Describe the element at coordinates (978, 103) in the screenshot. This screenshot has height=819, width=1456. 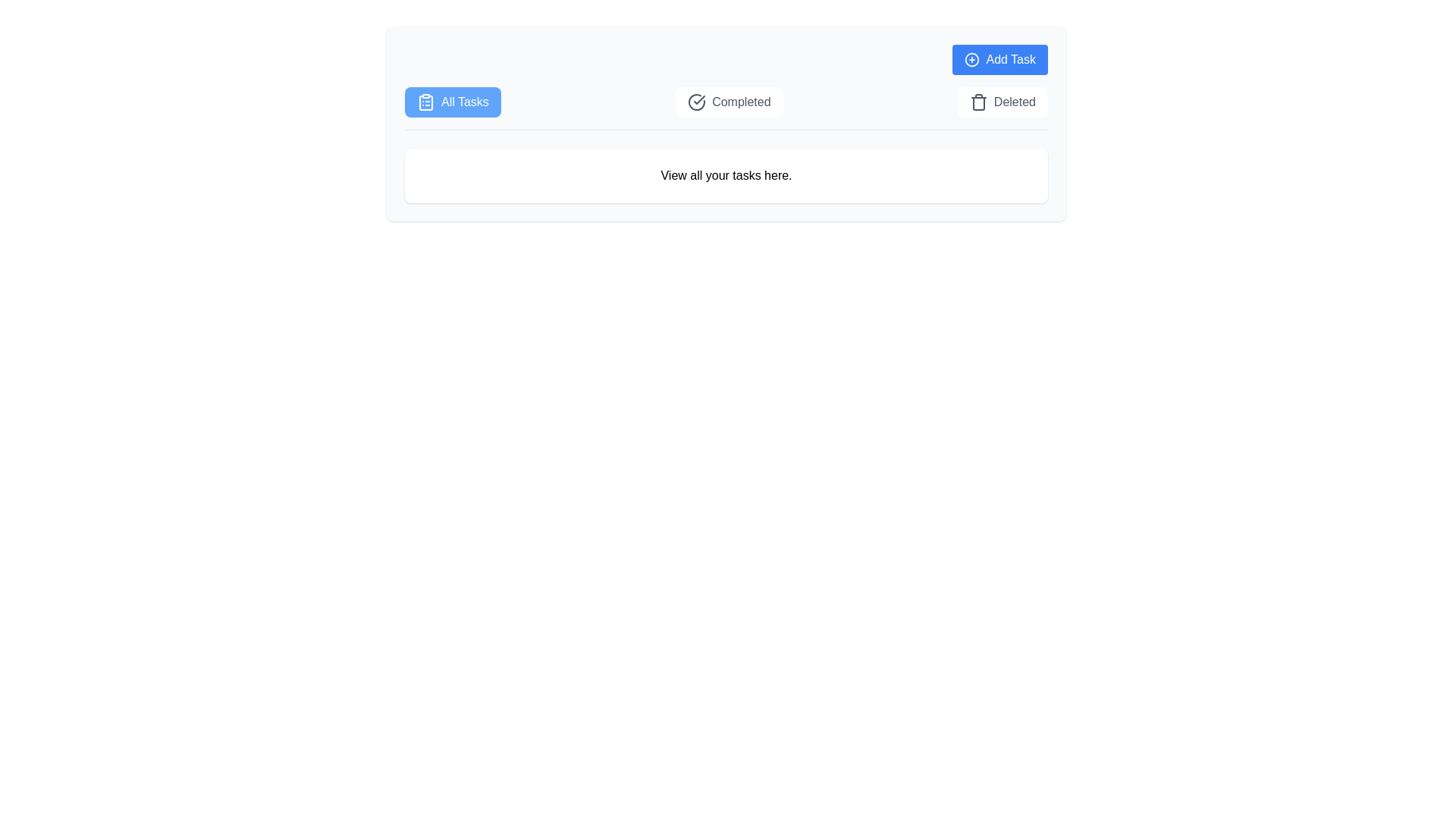
I see `the trash icon representing the delete function, which is visually located to the right of the 'Add Task' button` at that location.